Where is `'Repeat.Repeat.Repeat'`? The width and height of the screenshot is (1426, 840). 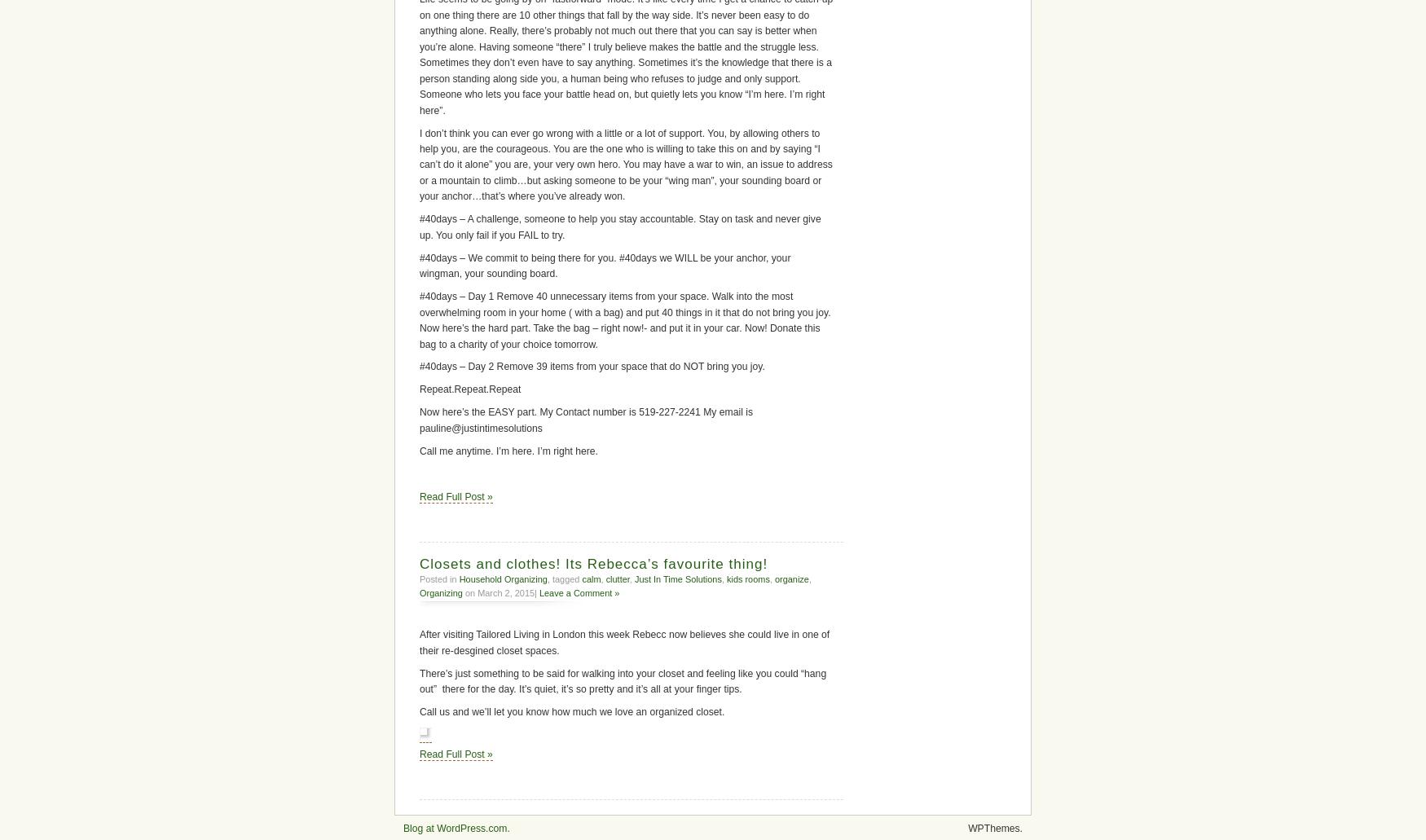
'Repeat.Repeat.Repeat' is located at coordinates (469, 389).